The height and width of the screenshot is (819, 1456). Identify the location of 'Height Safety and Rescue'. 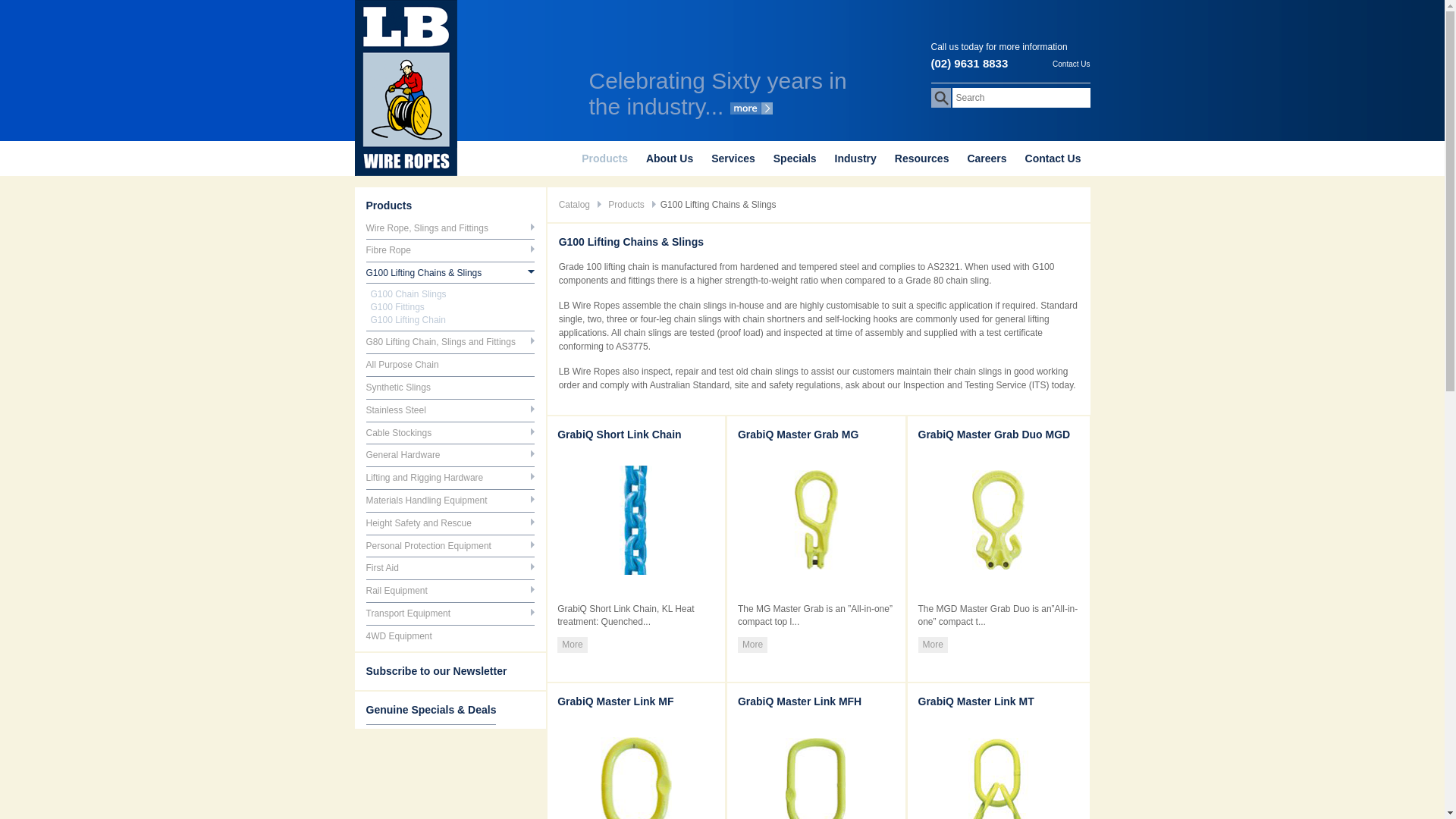
(418, 522).